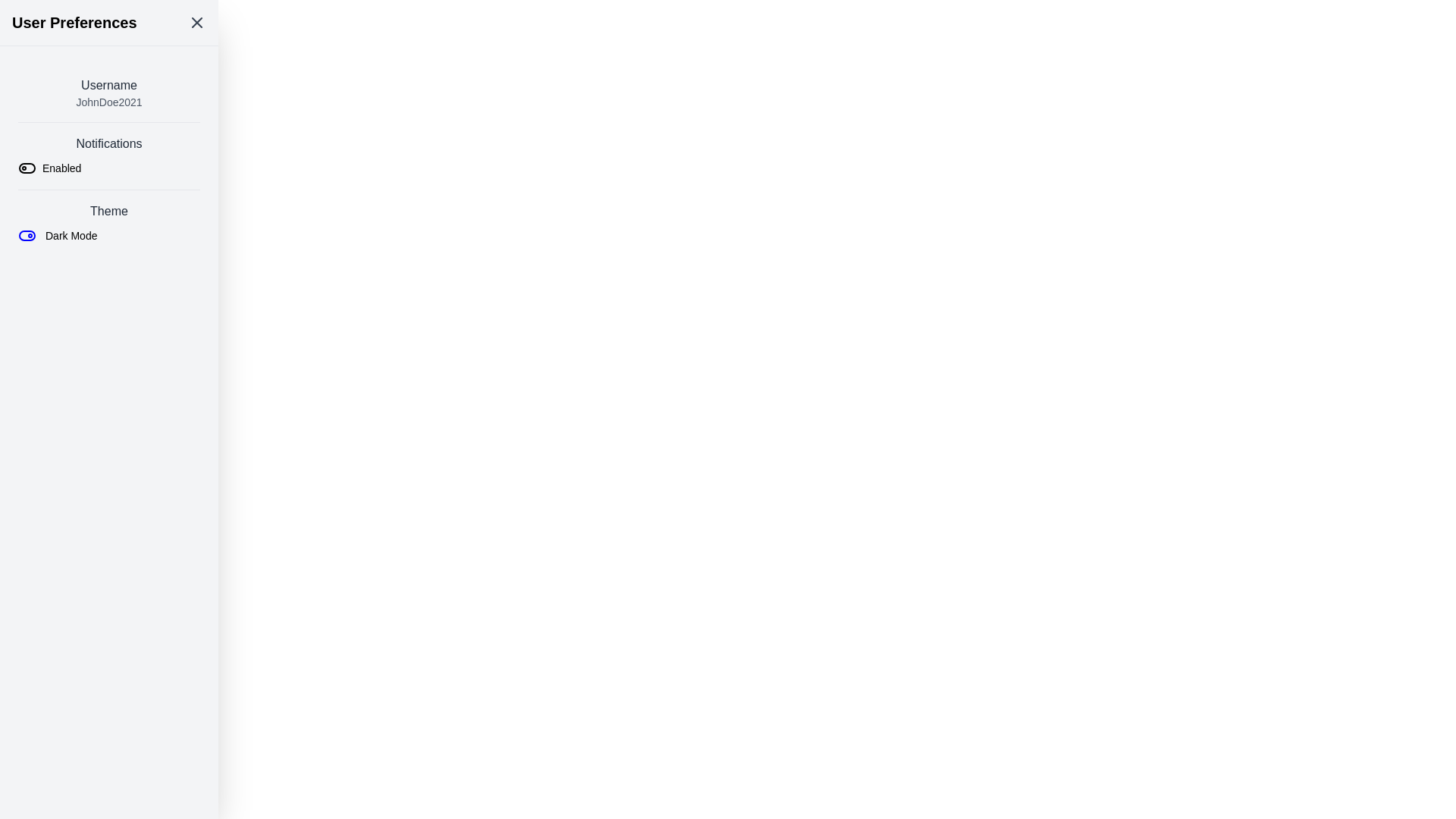  What do you see at coordinates (27, 168) in the screenshot?
I see `the Graphic Rectangle, which is a black rounded rectangle located within the toggle switch UI element representing the 'Enabled' state under the 'Notifications' section` at bounding box center [27, 168].